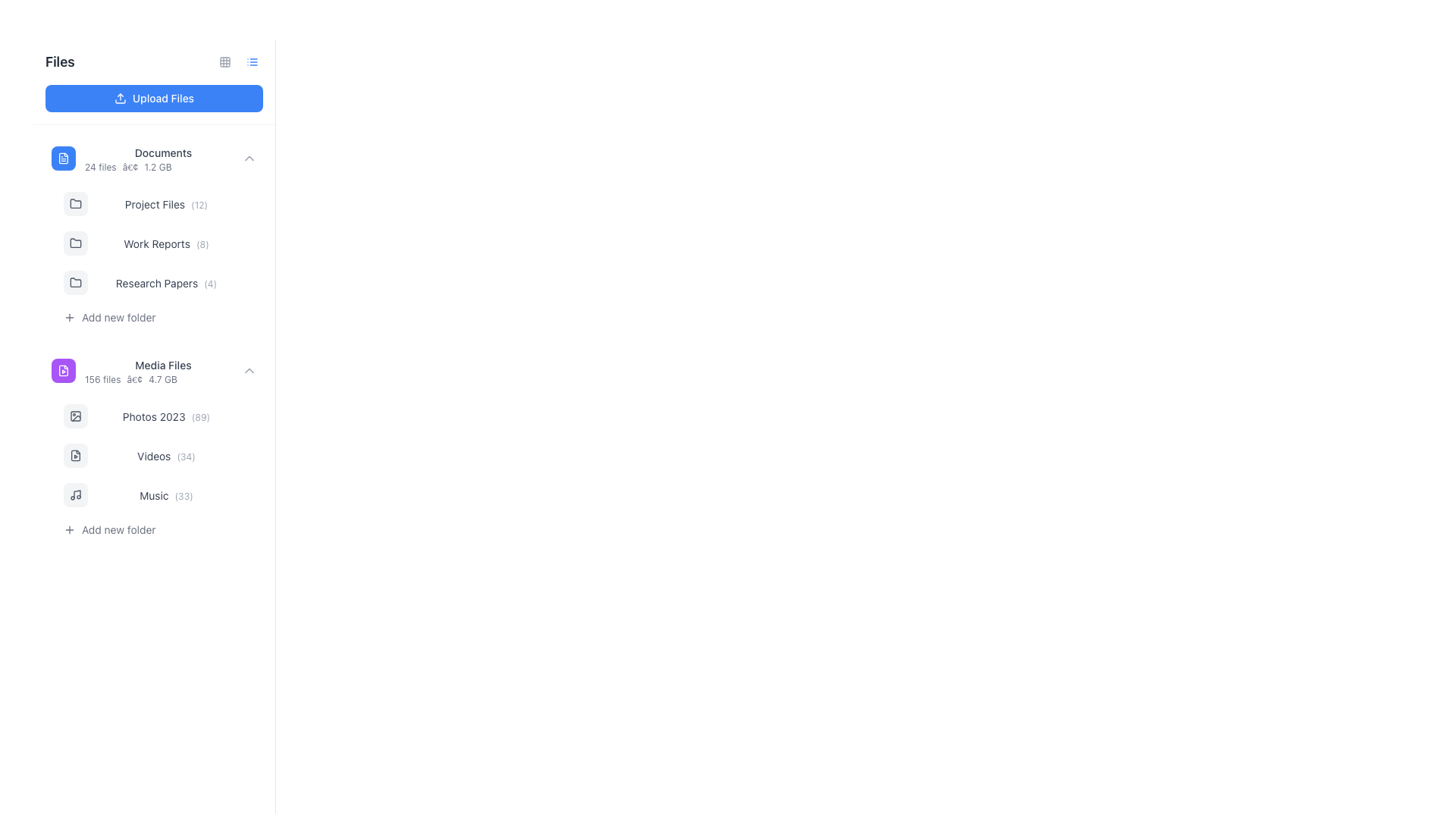  What do you see at coordinates (154, 99) in the screenshot?
I see `the 'Upload Files' button, which is a rectangular button with rounded corners and a vibrant blue background, located under the 'Files' header in the left panel of the interface` at bounding box center [154, 99].